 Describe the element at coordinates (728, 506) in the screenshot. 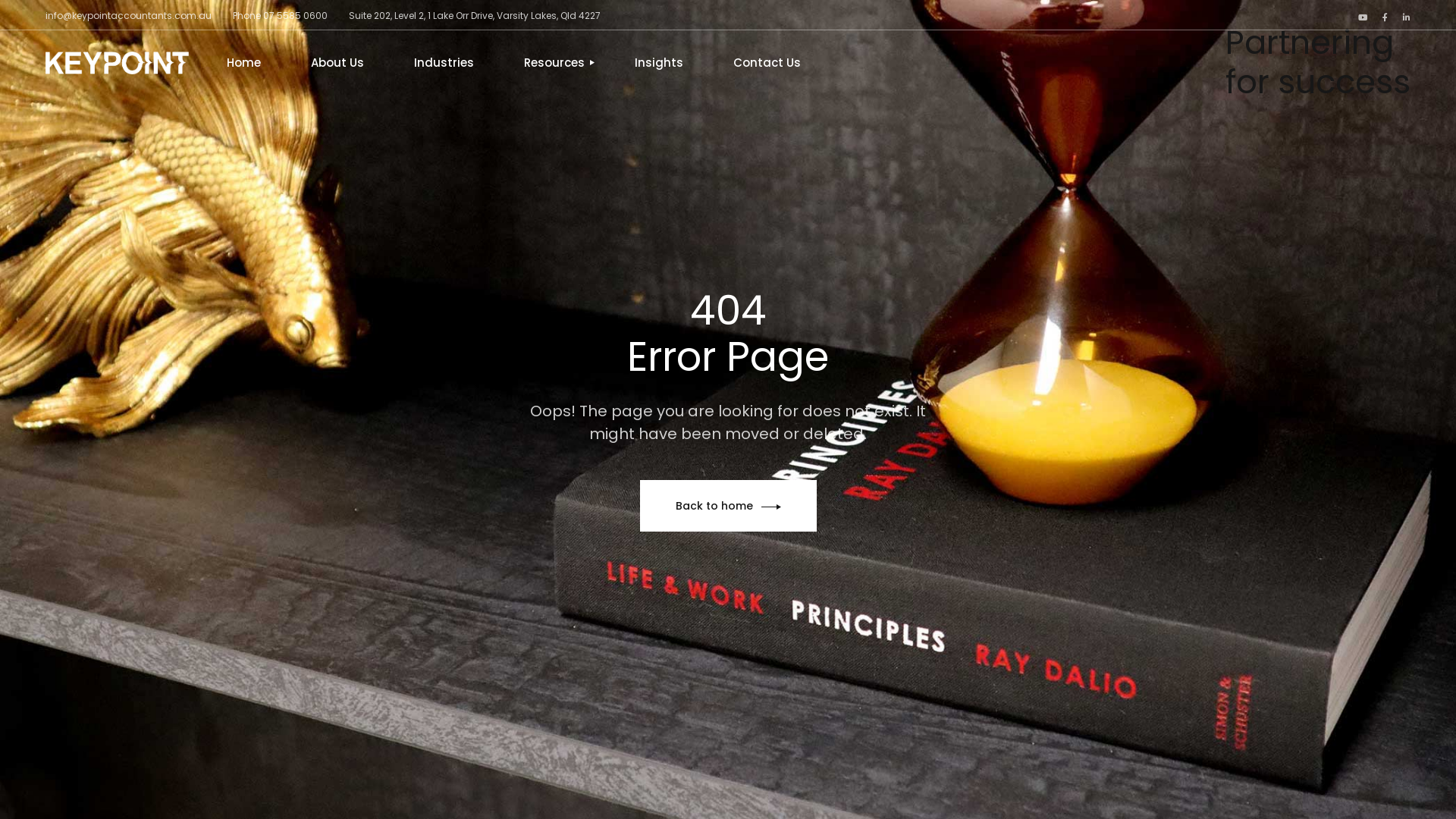

I see `'Back to home'` at that location.